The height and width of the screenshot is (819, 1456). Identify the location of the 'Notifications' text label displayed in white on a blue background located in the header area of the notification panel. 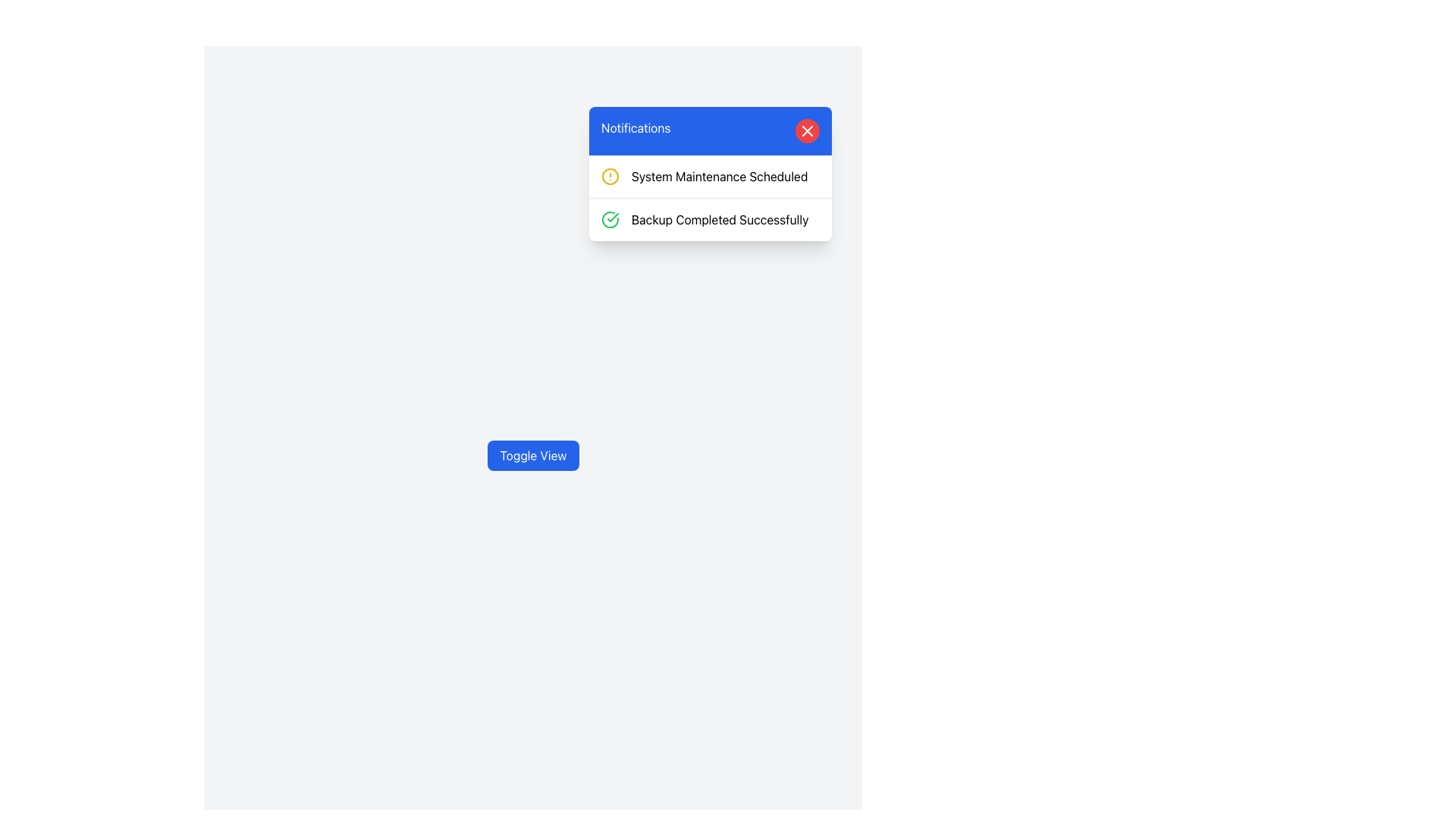
(635, 130).